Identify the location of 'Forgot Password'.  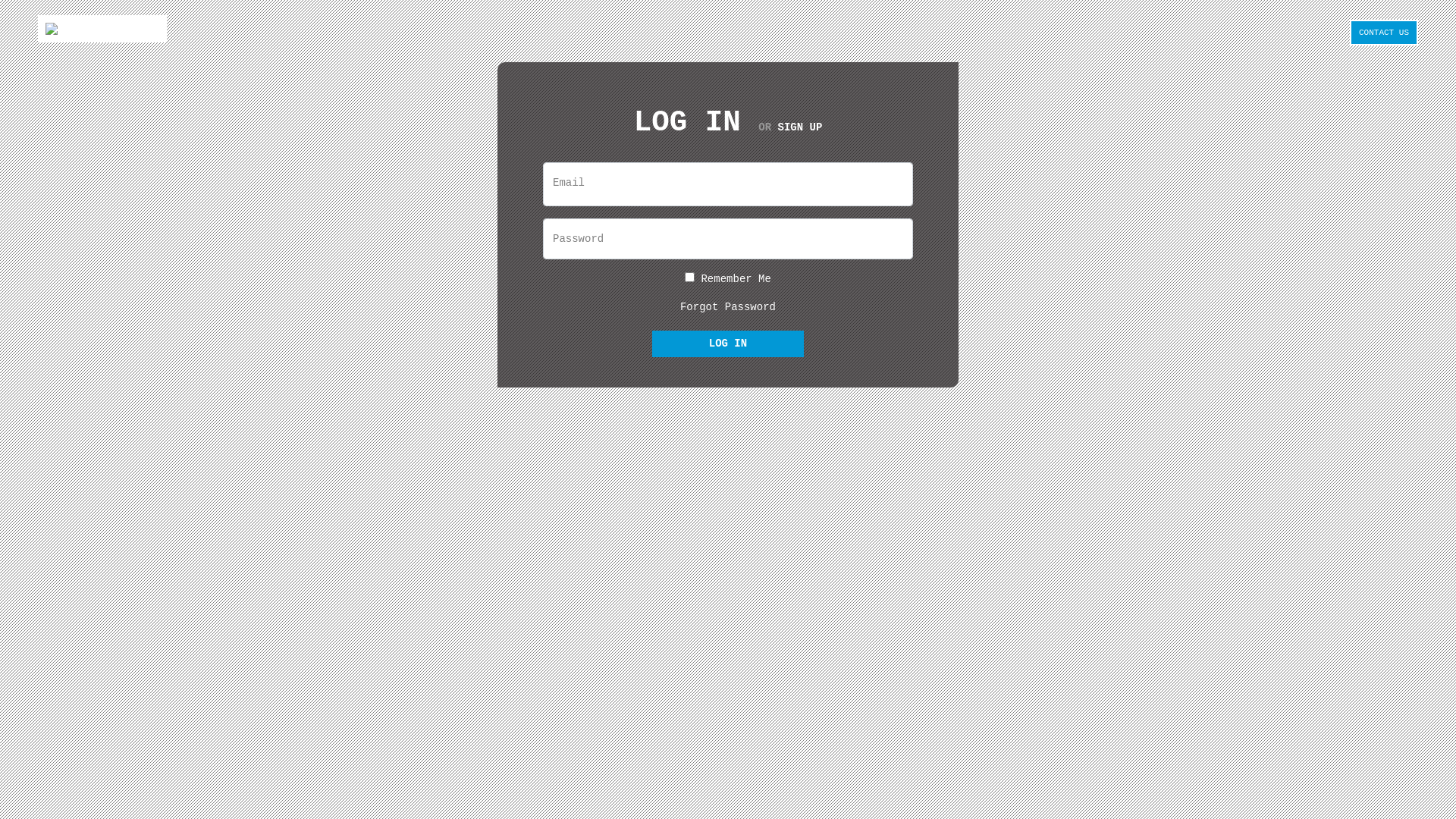
(728, 307).